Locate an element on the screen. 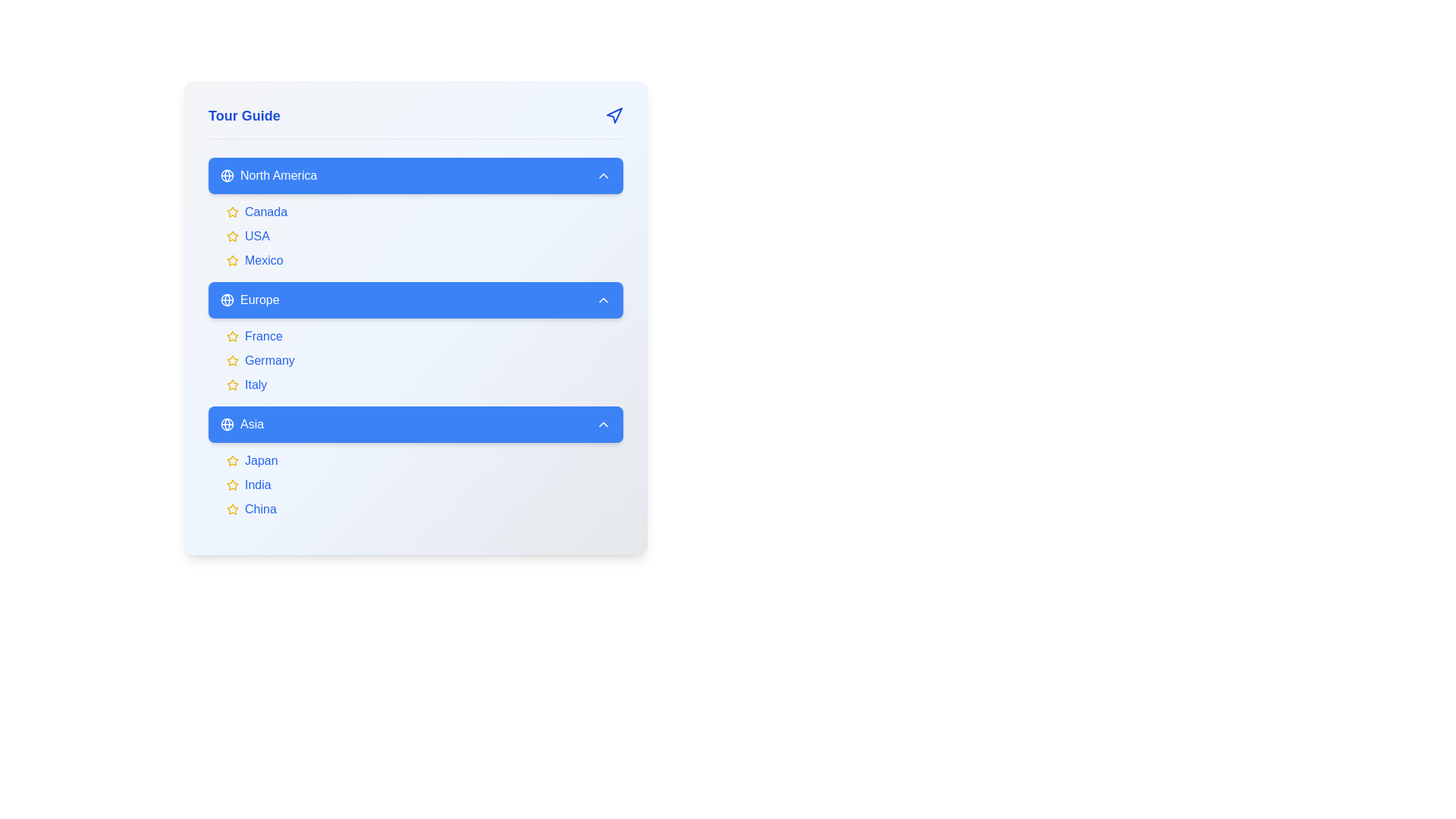  the text label indicating the name of a geographical region, which is positioned inside a blue rectangular block at the top of the list of regions is located at coordinates (268, 174).